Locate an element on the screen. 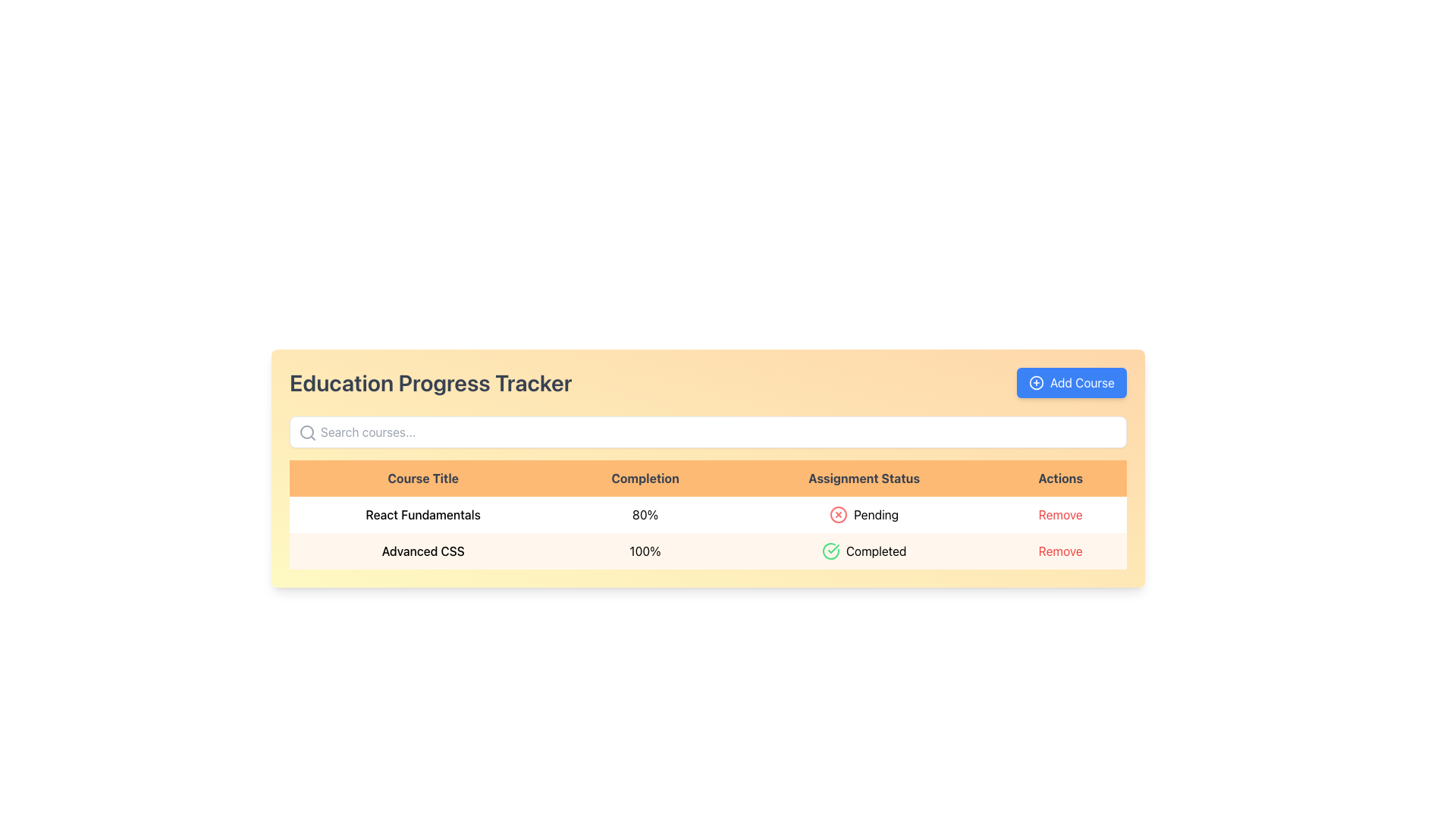  the interactive text link labeled 'Remove' located in the 'Actions' column of the first row under 'Education Progress Tracker' is located at coordinates (1059, 513).